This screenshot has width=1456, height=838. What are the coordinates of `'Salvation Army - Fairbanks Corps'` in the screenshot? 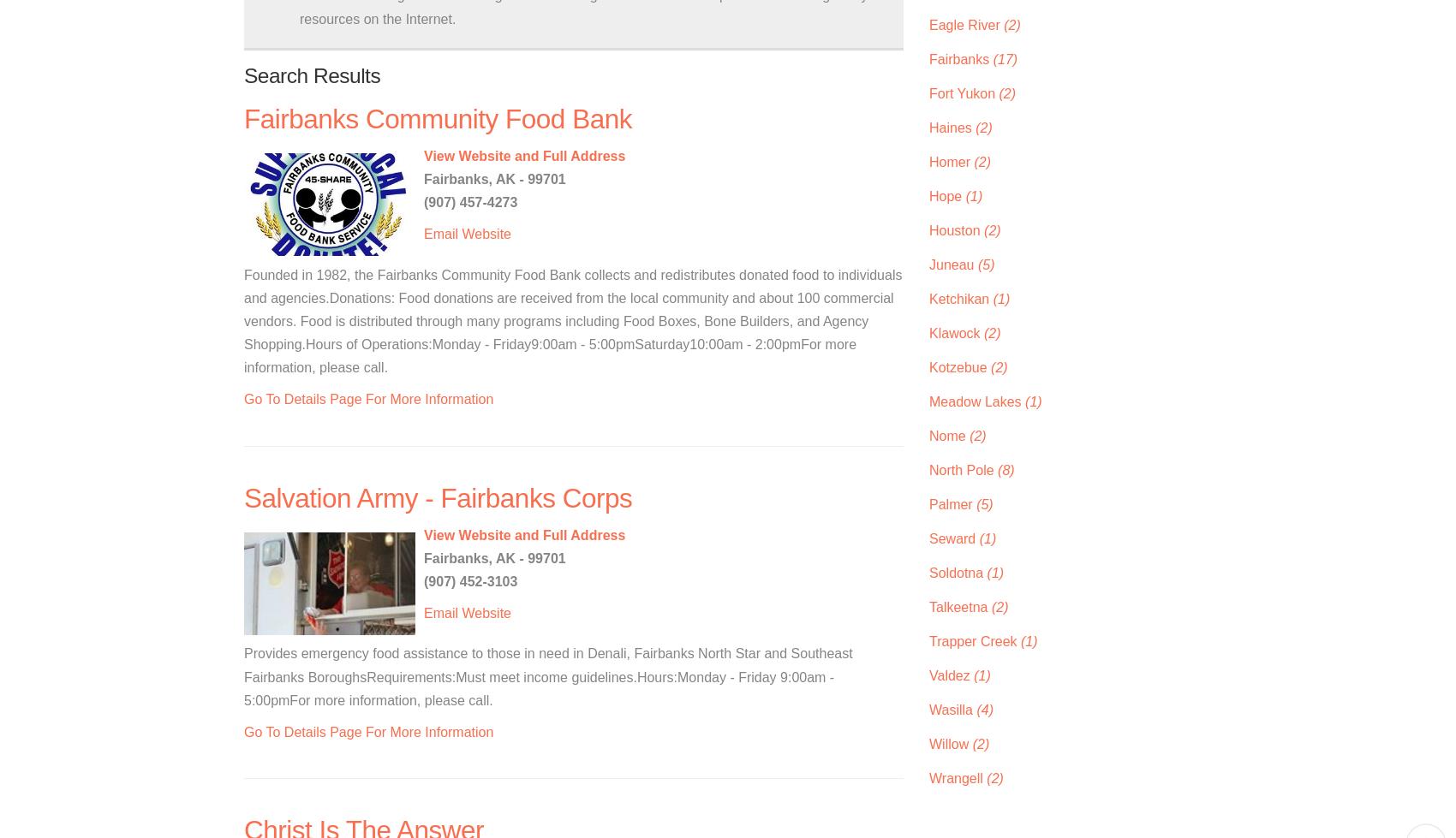 It's located at (438, 496).